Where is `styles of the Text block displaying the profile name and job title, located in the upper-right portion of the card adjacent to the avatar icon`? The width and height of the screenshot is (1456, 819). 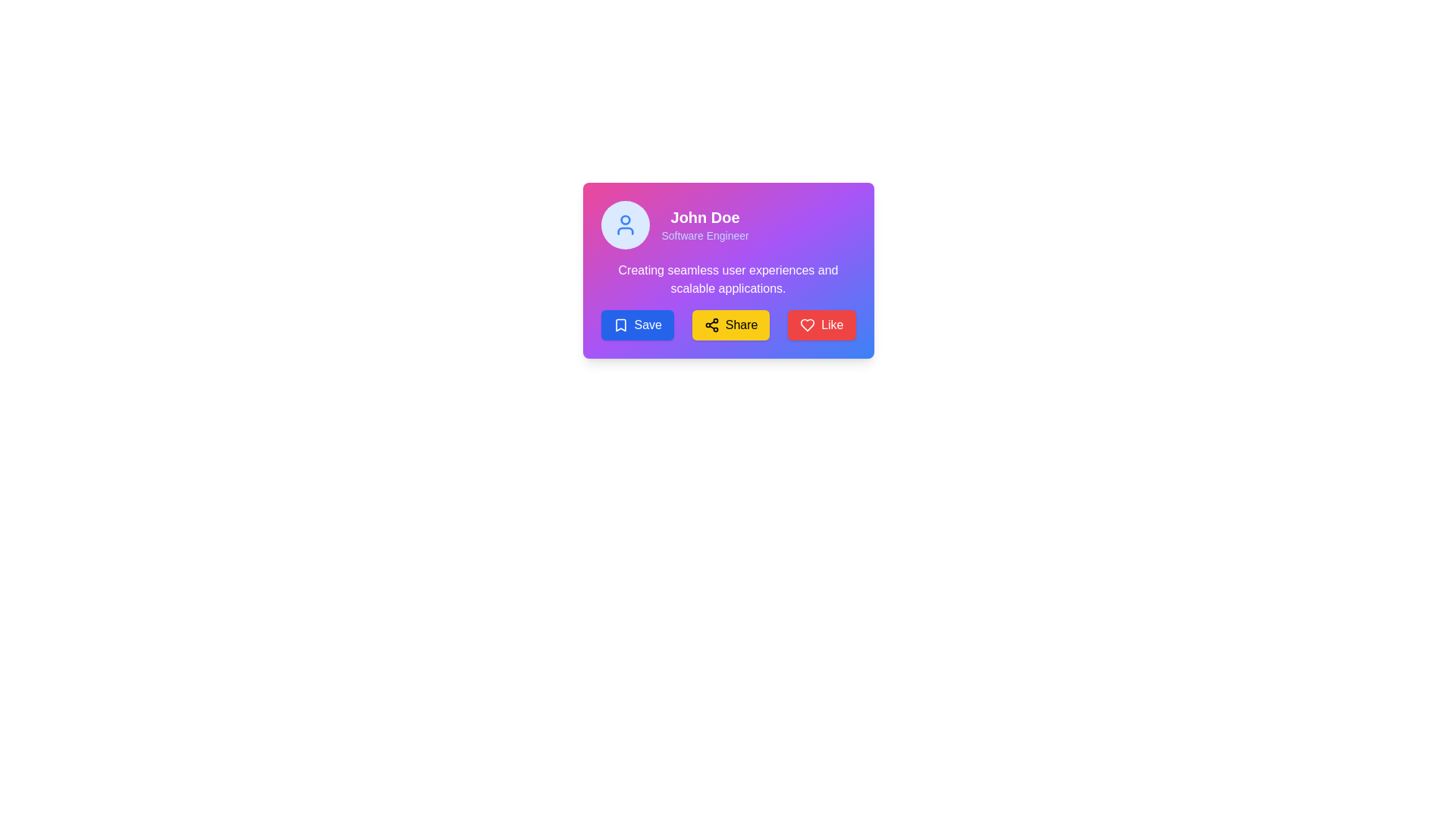
styles of the Text block displaying the profile name and job title, located in the upper-right portion of the card adjacent to the avatar icon is located at coordinates (704, 225).